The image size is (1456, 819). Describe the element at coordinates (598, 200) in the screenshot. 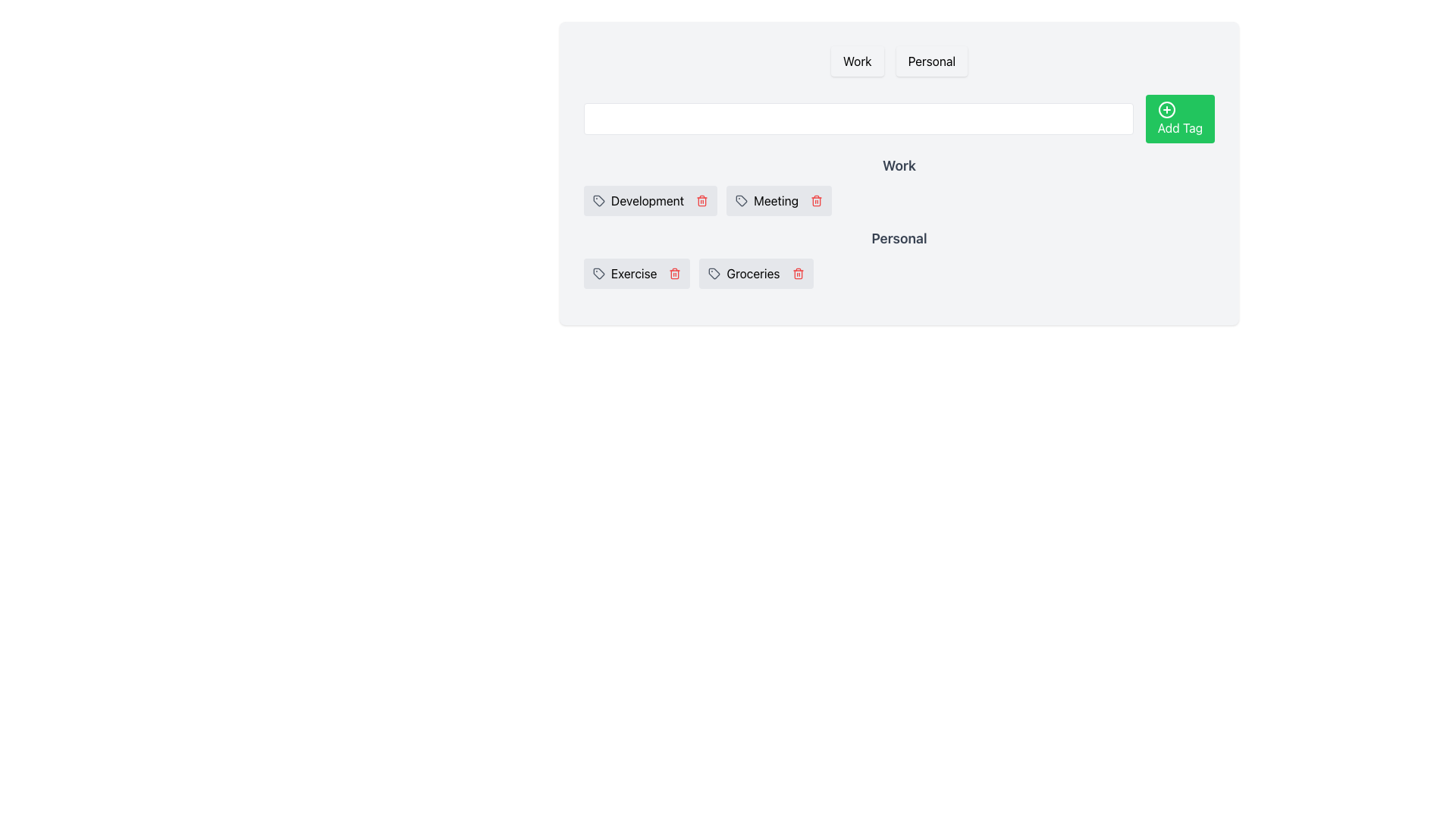

I see `the visual representation of the tag symbol icon located on the left side of the 'Development' button, which is part of the 'Work' category` at that location.